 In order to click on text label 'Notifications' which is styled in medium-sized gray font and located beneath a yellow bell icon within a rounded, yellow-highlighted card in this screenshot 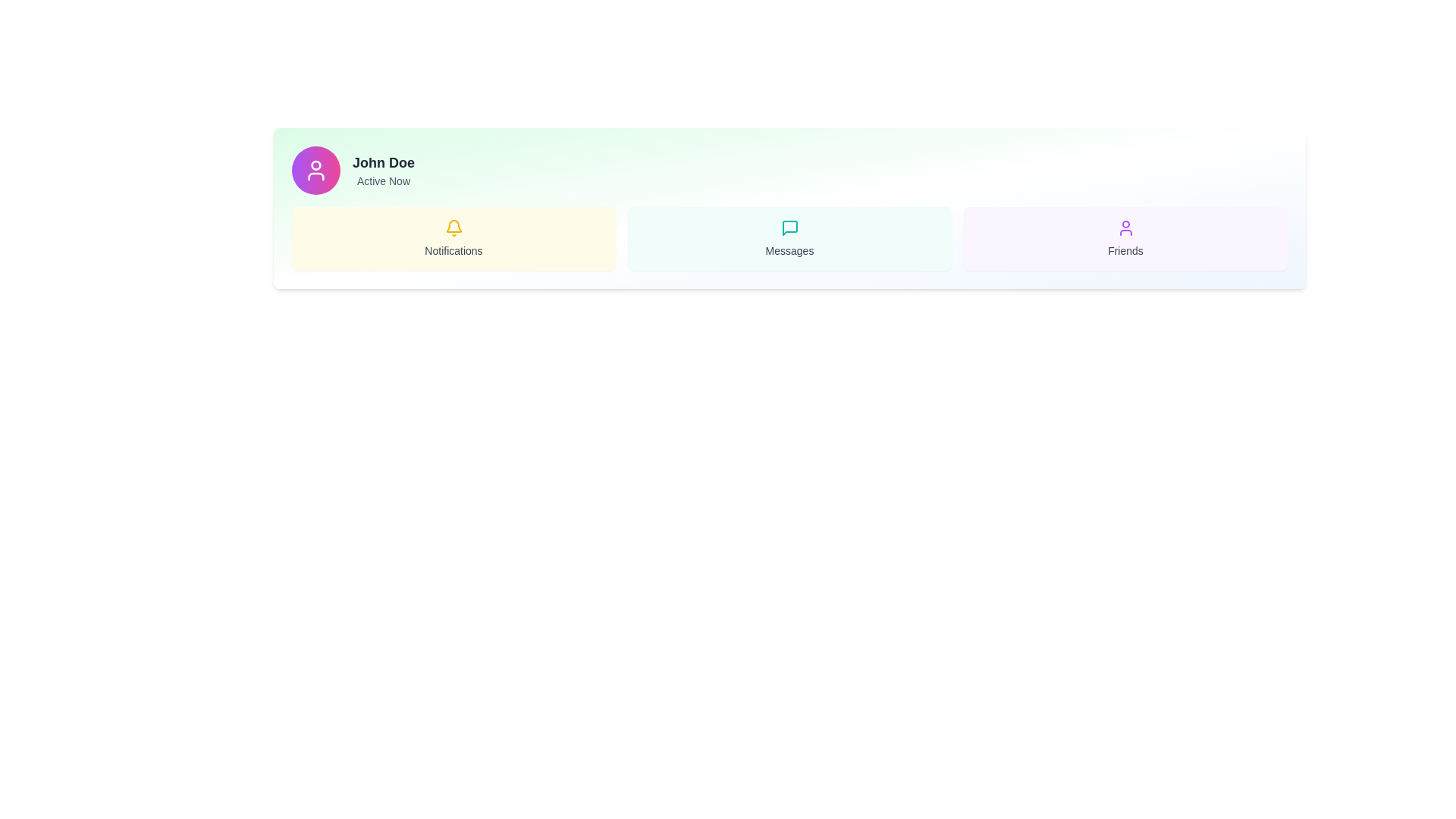, I will do `click(453, 250)`.